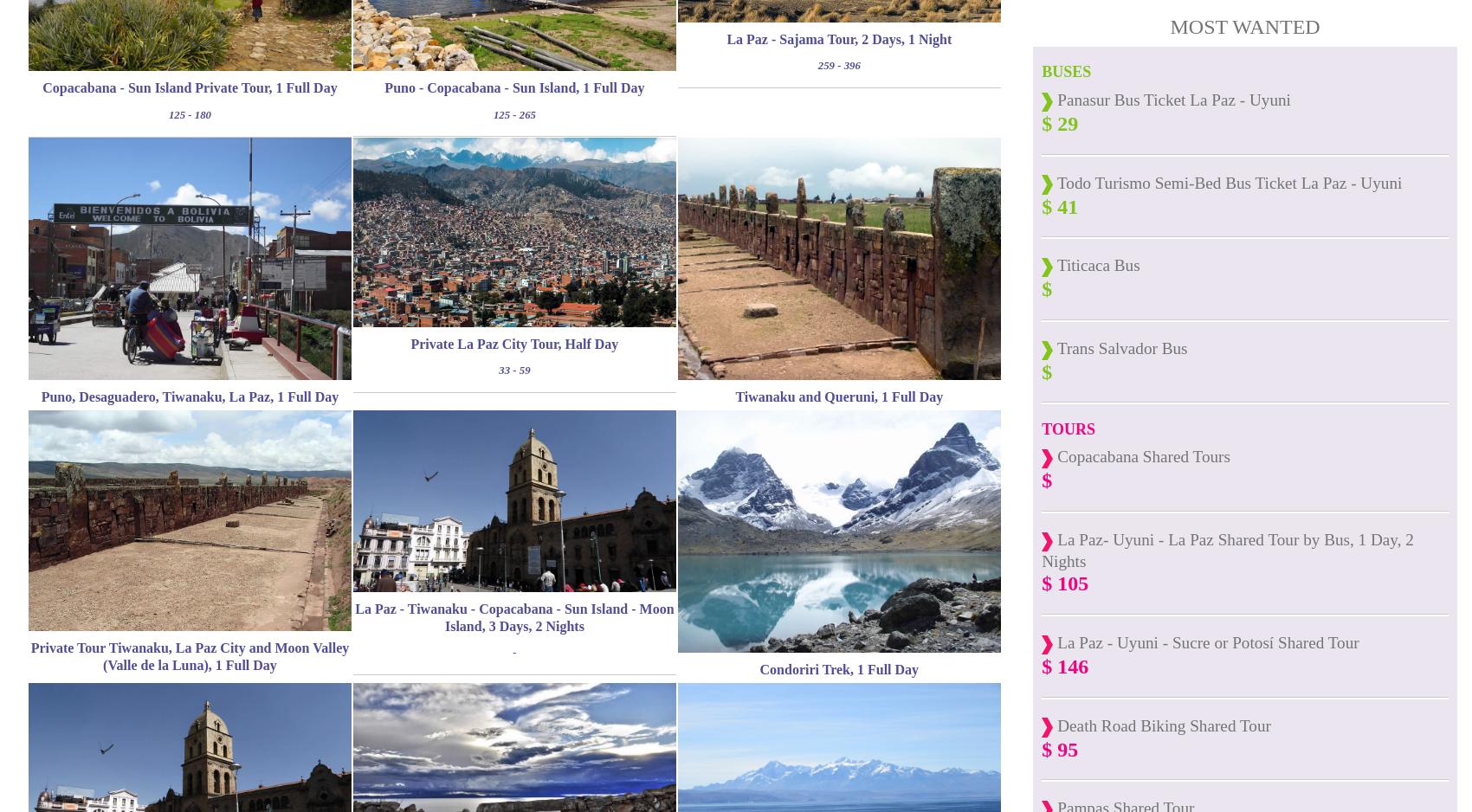 The width and height of the screenshot is (1472, 812). Describe the element at coordinates (1040, 204) in the screenshot. I see `'$ 41'` at that location.